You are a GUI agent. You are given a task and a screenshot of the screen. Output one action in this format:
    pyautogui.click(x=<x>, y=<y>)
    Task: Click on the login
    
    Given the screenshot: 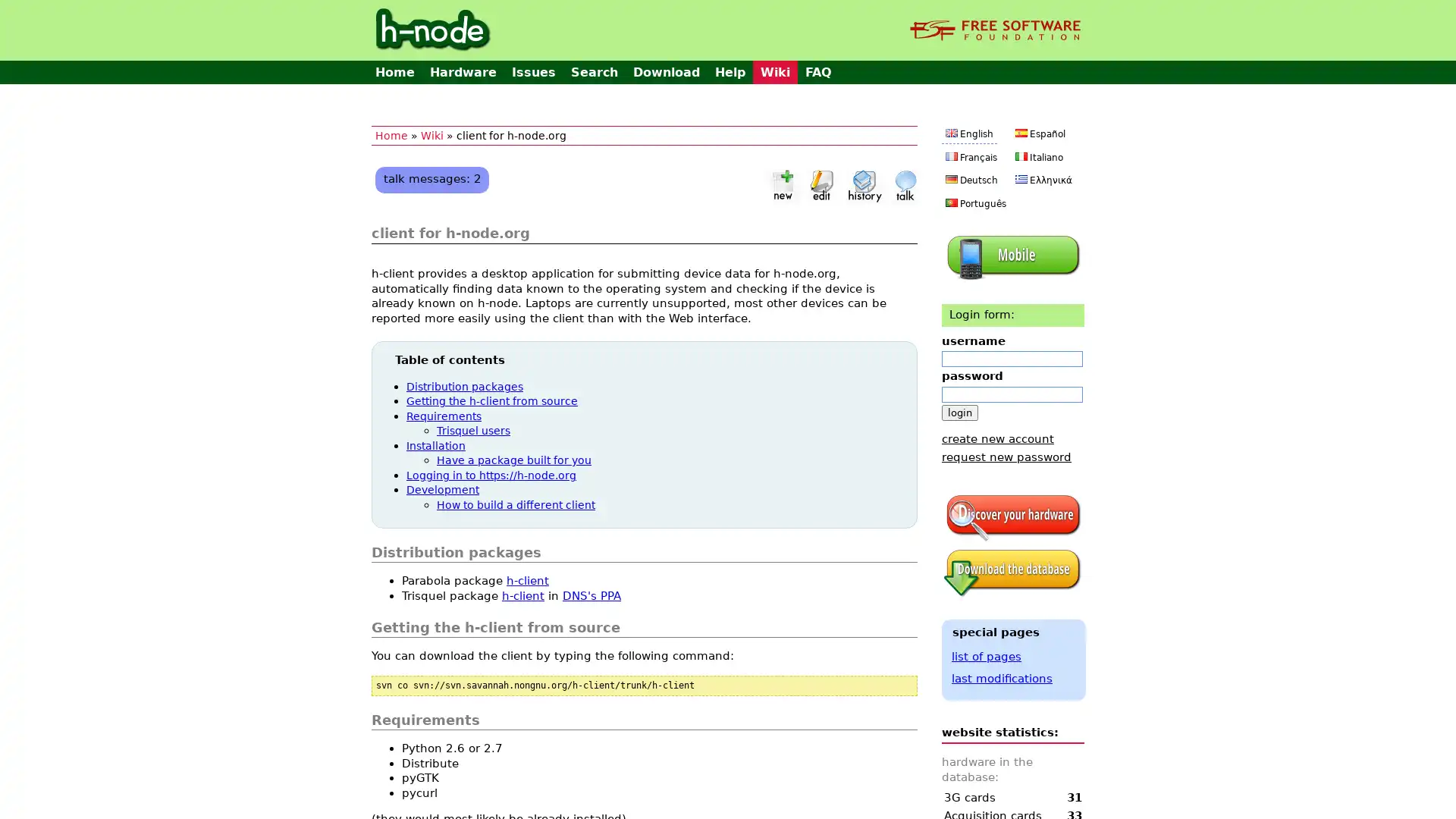 What is the action you would take?
    pyautogui.click(x=959, y=412)
    